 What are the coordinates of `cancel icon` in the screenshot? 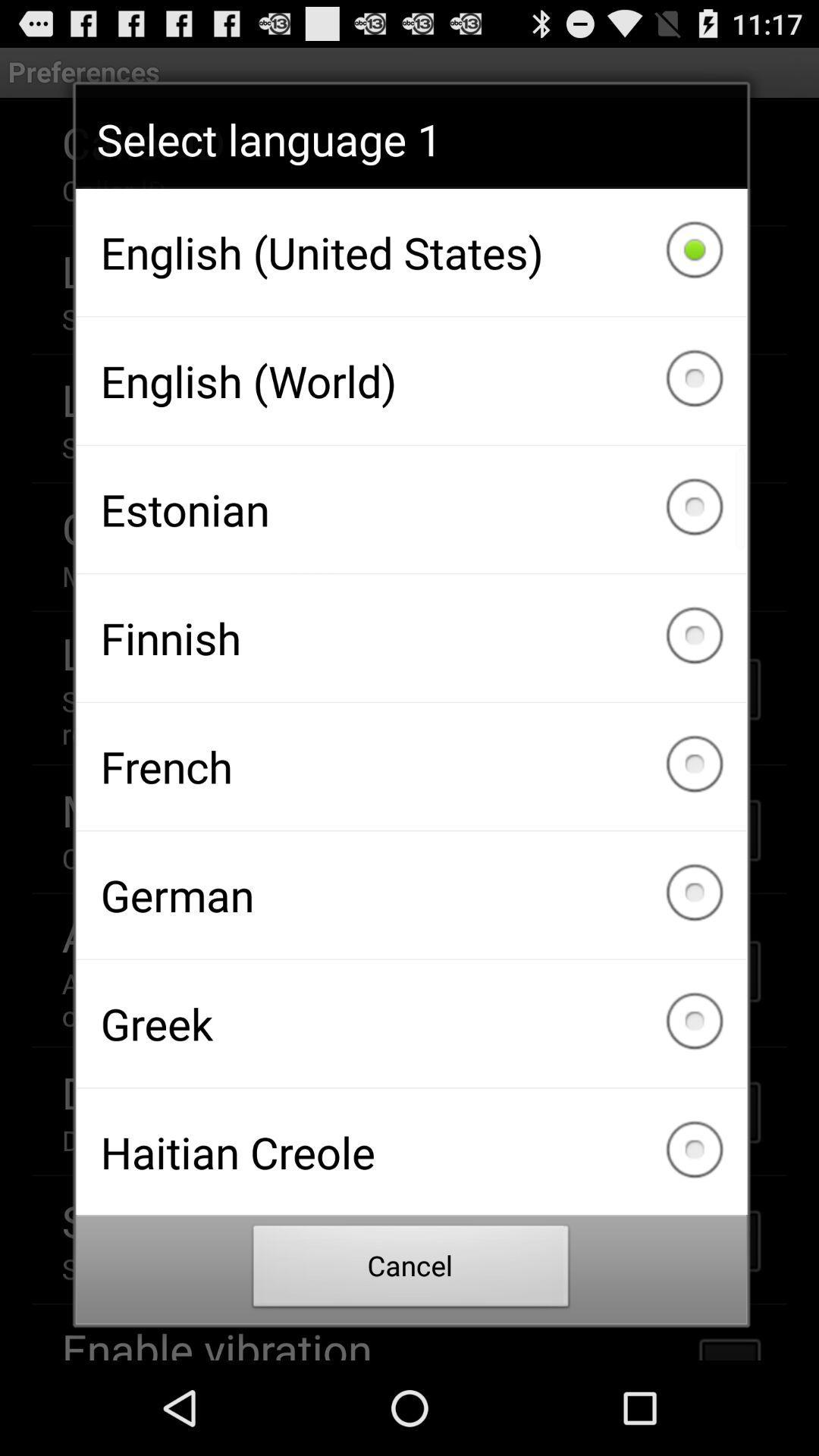 It's located at (411, 1270).